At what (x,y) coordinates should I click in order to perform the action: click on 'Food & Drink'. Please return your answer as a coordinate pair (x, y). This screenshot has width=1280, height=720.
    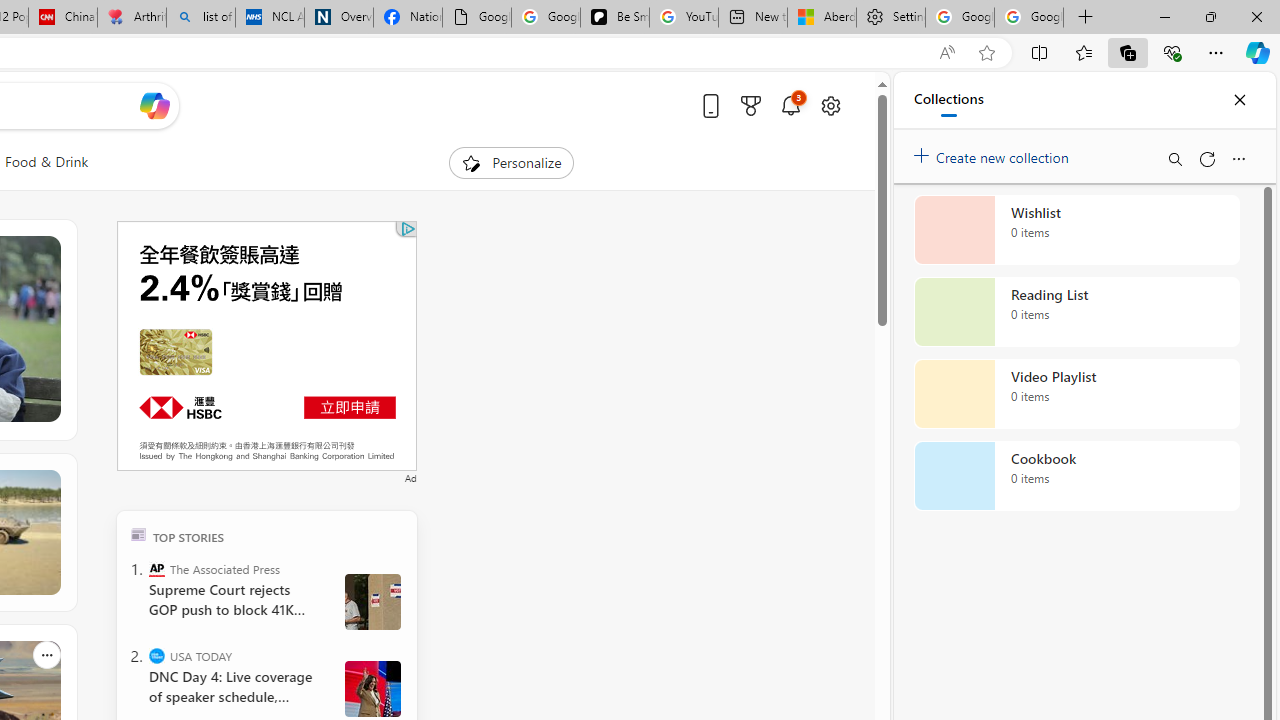
    Looking at the image, I should click on (47, 162).